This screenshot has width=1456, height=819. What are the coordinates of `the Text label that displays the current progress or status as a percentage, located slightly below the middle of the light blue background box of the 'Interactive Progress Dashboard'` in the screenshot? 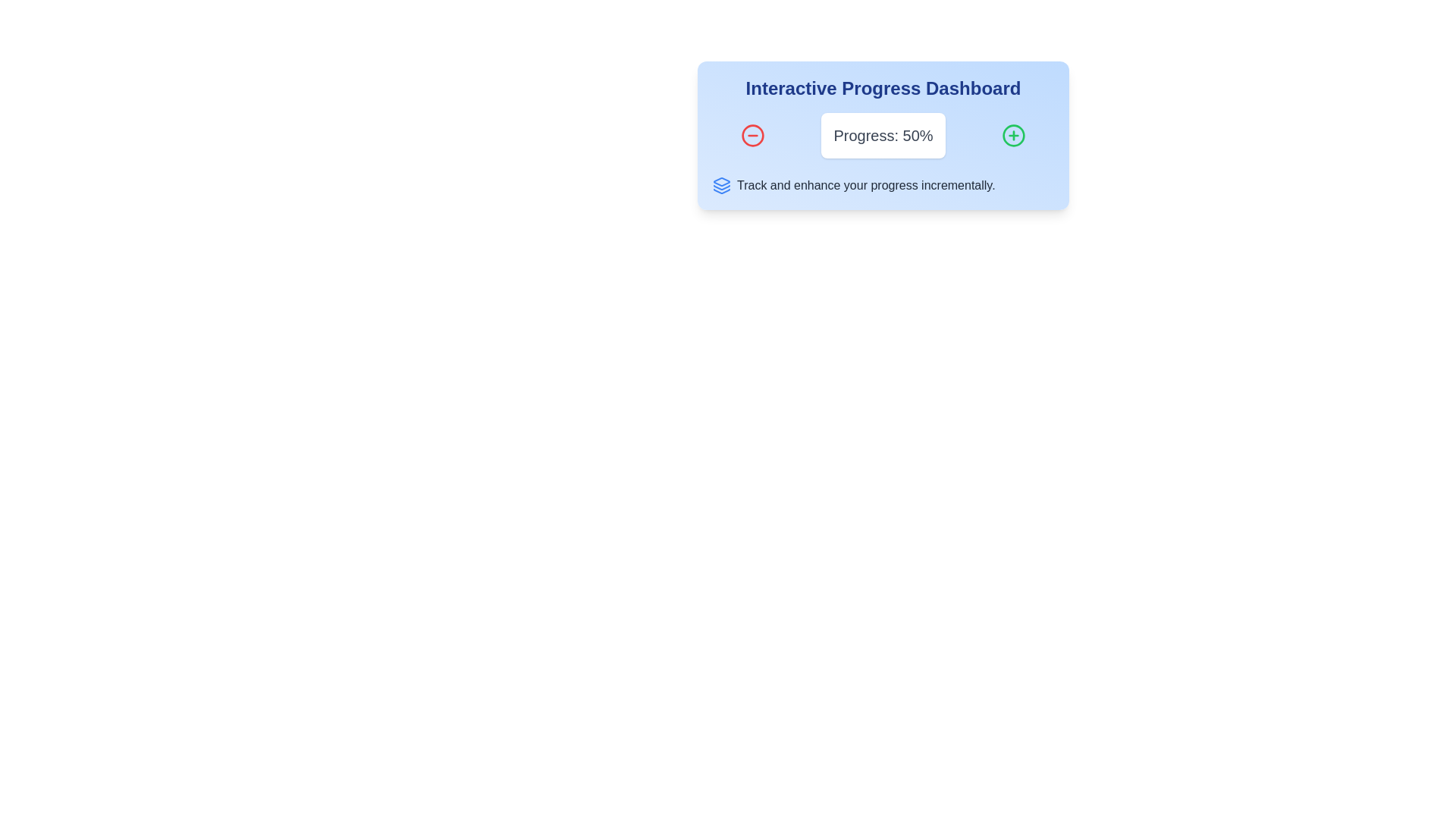 It's located at (883, 134).